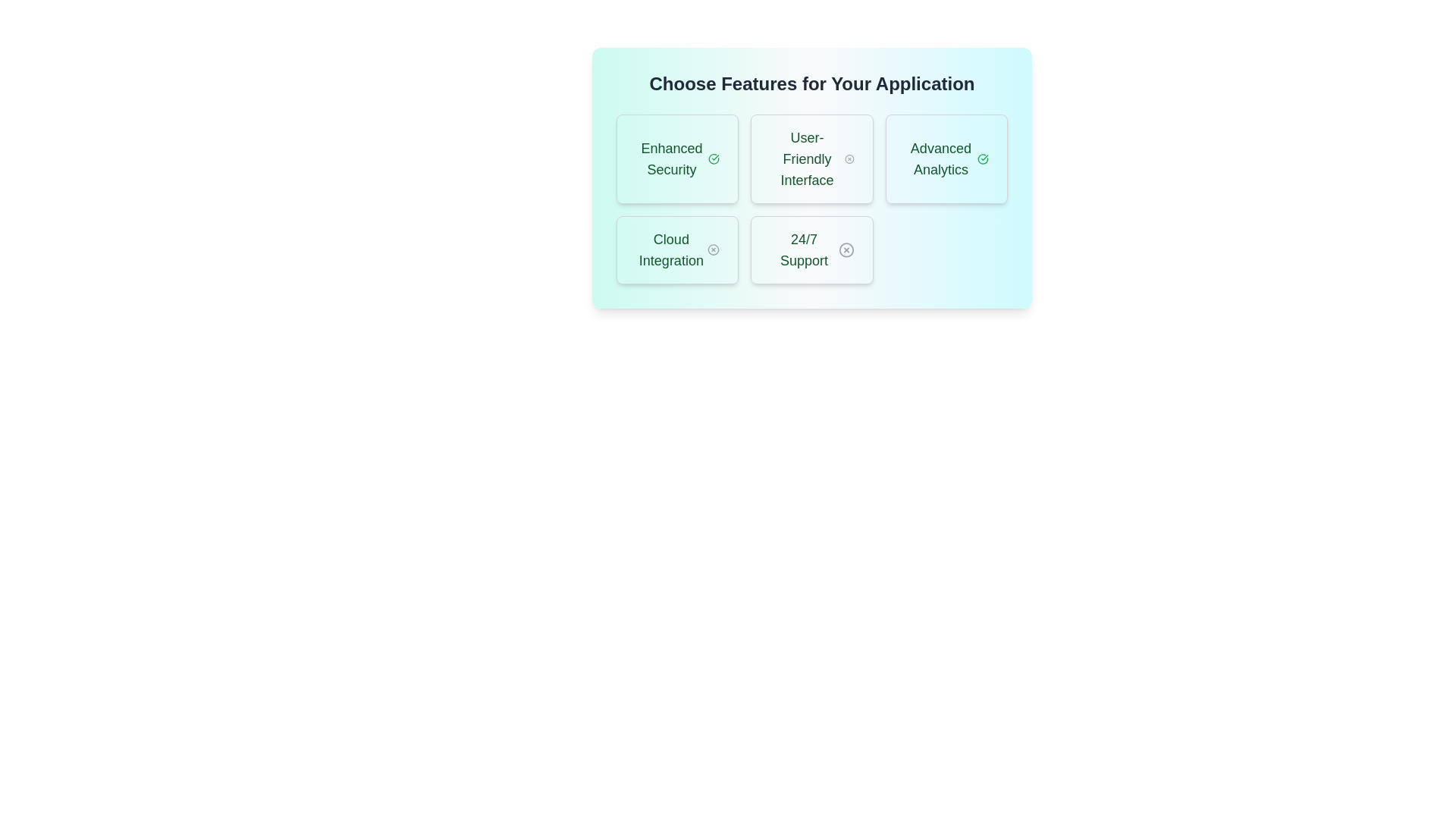 This screenshot has height=819, width=1456. What do you see at coordinates (946, 158) in the screenshot?
I see `the feature Advanced Analytics to trigger additional visual feedback` at bounding box center [946, 158].